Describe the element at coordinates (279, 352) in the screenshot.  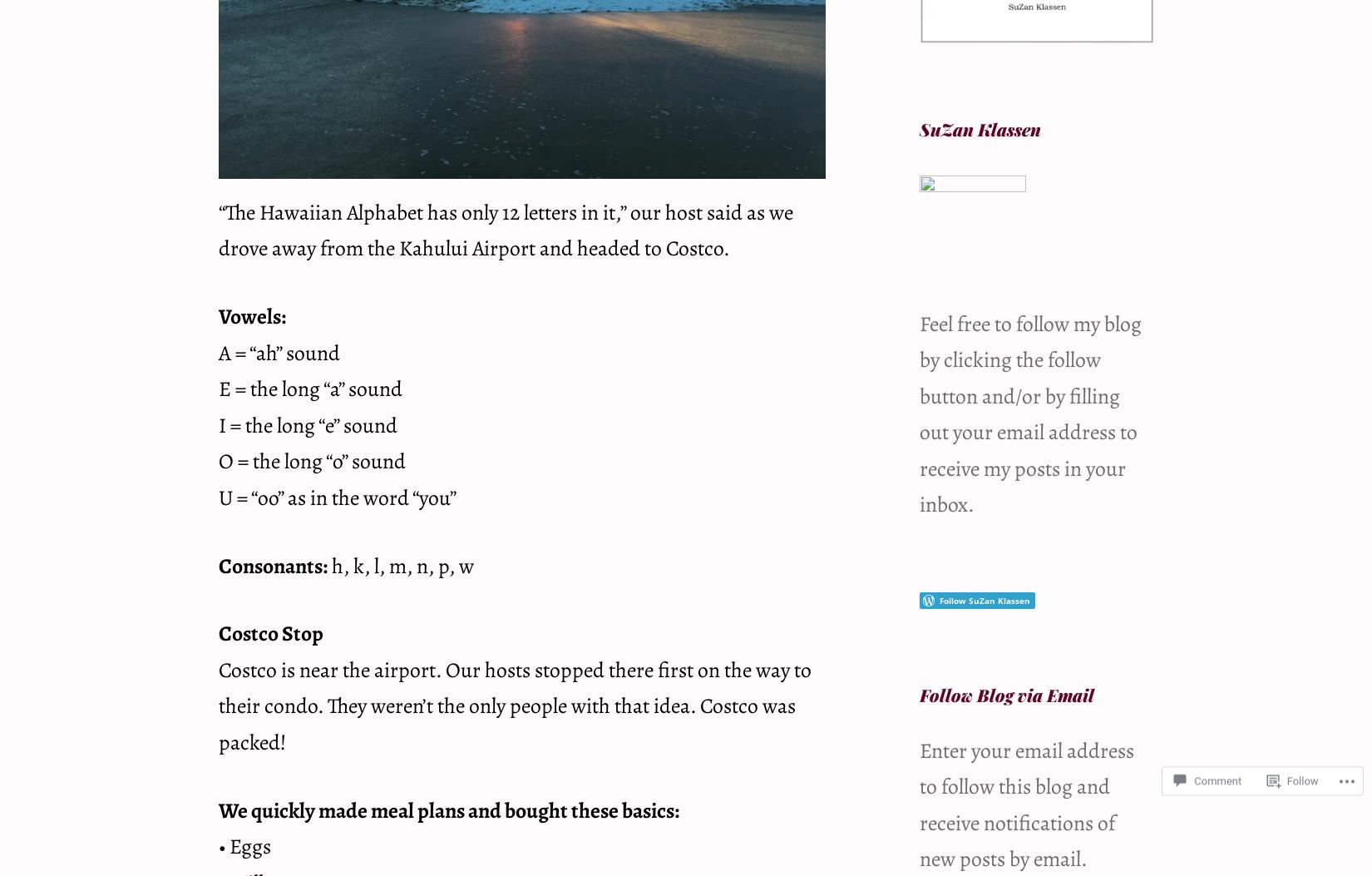
I see `'A = “ah” sound'` at that location.